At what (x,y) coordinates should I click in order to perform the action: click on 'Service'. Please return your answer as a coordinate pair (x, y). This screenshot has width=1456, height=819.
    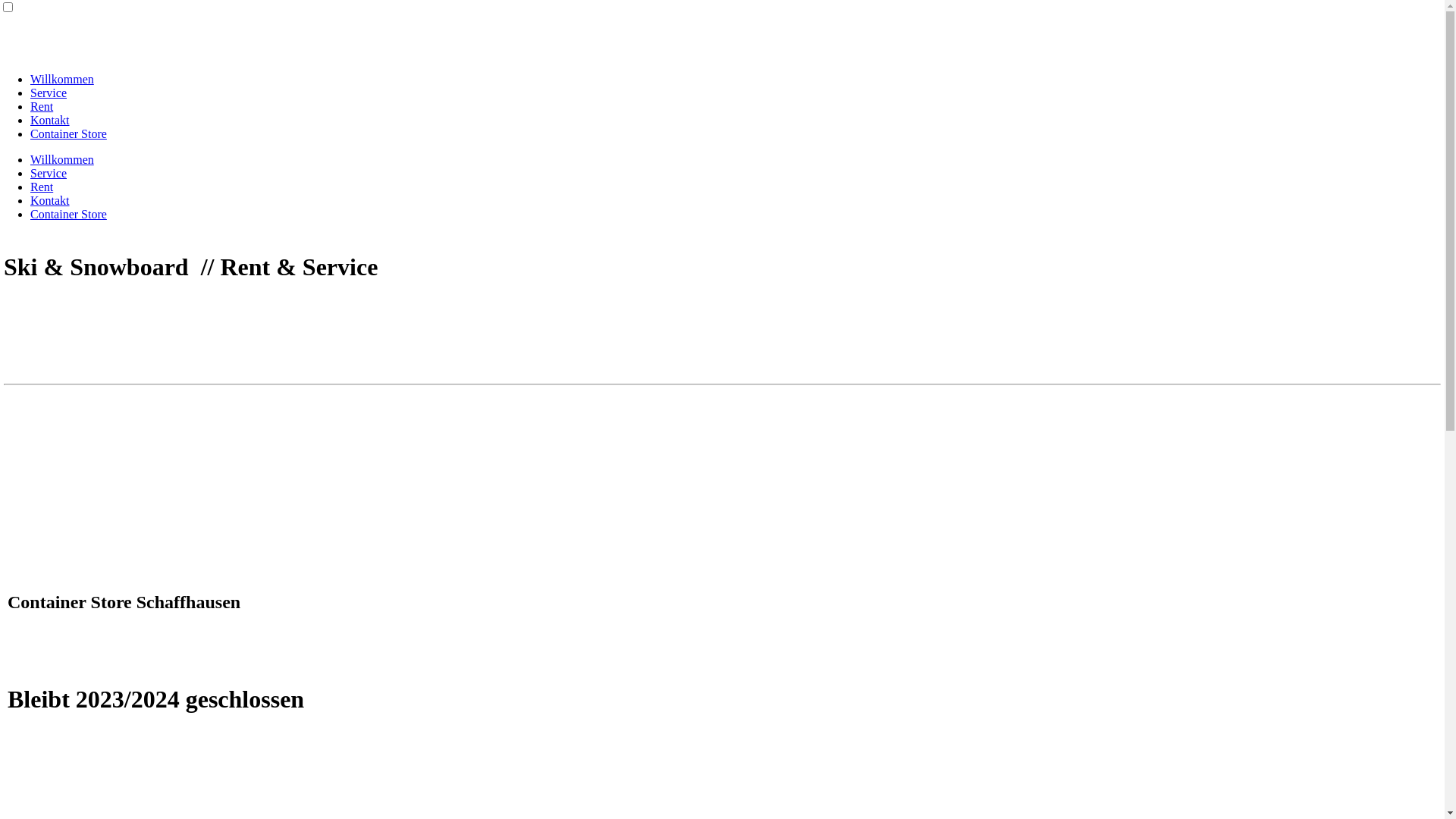
    Looking at the image, I should click on (48, 93).